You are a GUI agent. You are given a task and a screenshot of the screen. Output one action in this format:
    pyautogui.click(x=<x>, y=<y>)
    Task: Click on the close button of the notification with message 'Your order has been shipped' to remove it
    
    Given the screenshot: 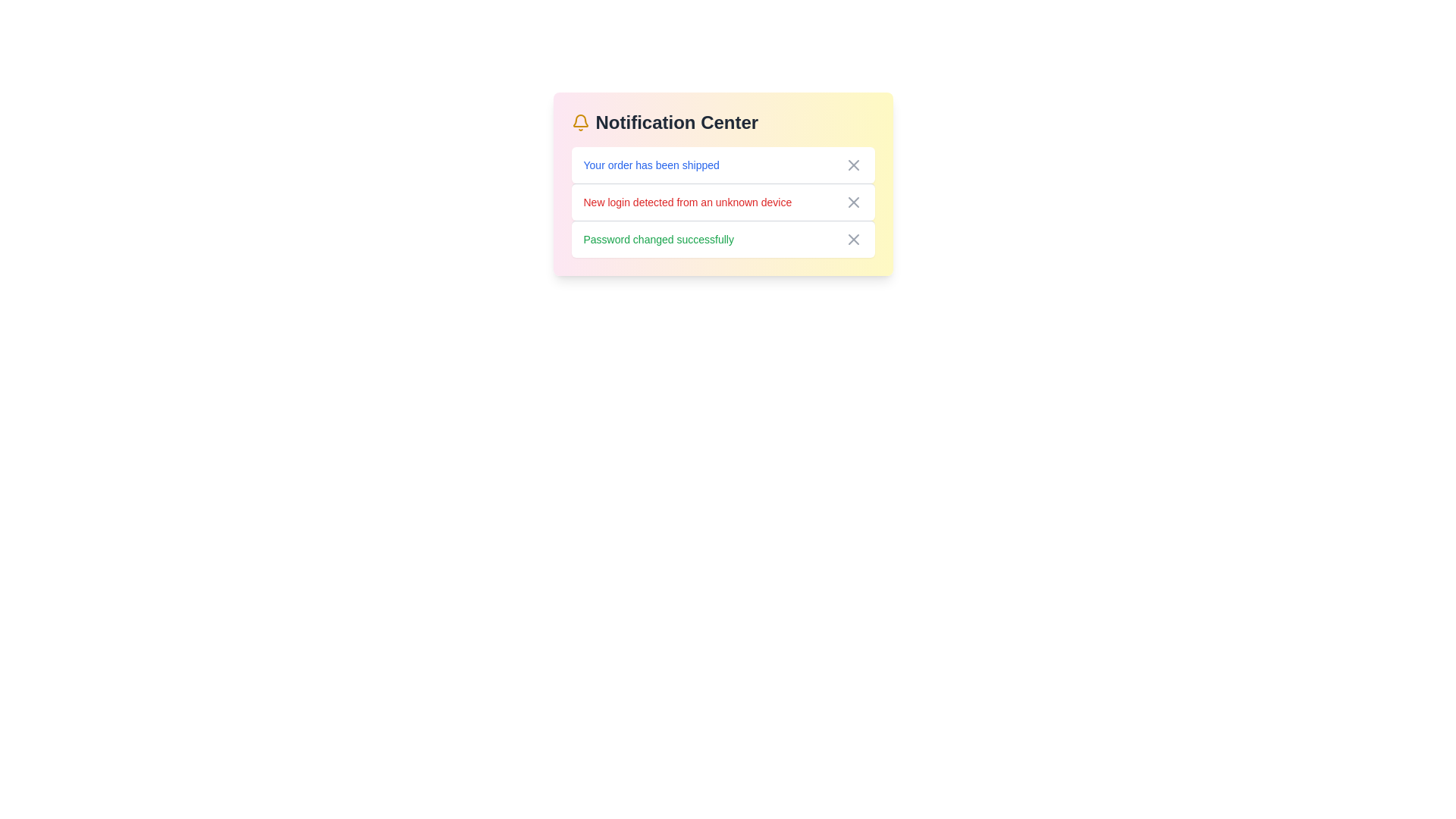 What is the action you would take?
    pyautogui.click(x=853, y=165)
    